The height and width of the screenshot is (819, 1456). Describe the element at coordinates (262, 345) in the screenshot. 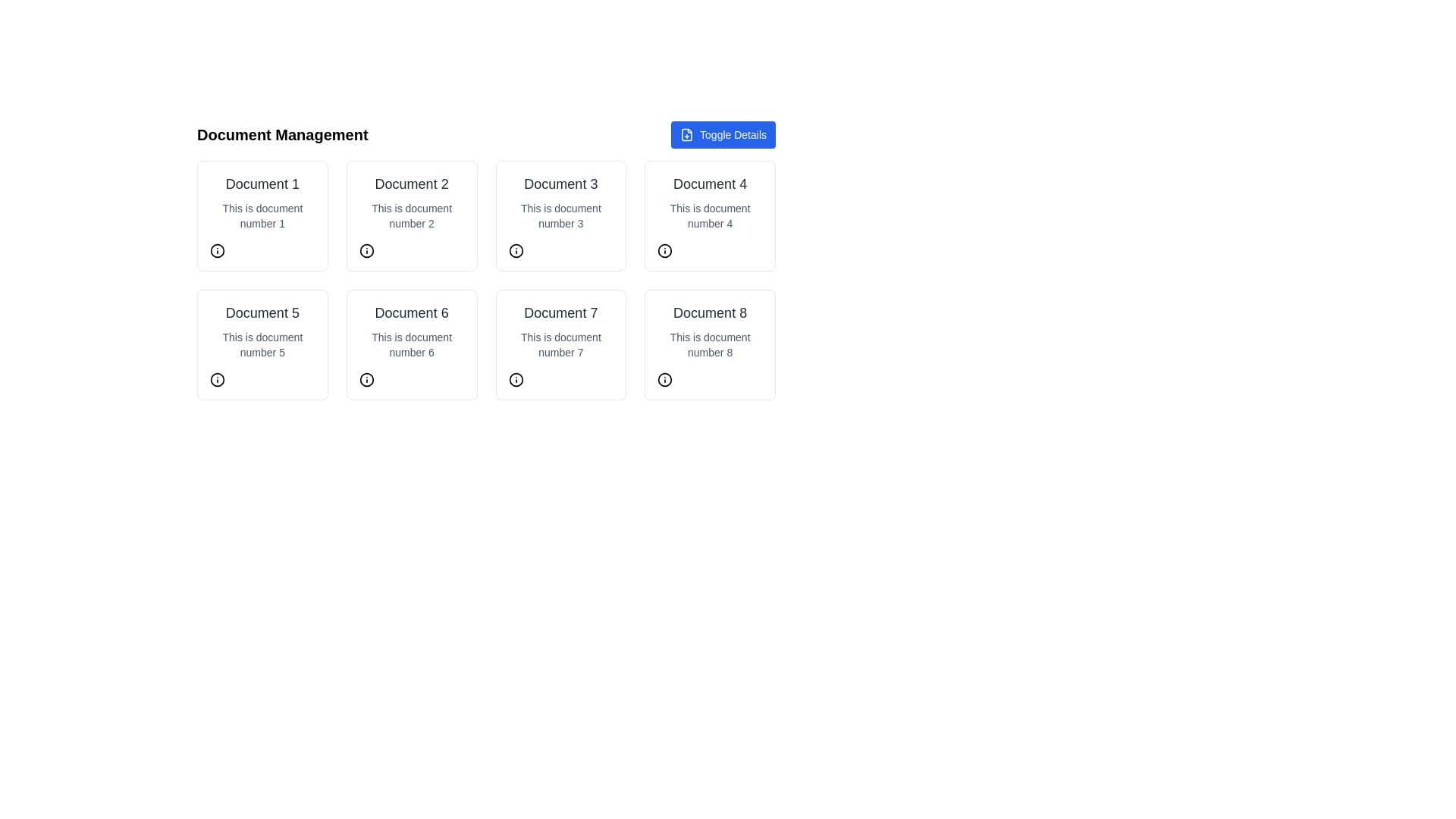

I see `the Text label providing additional descriptive information about 'Document 5', located in the second row, first column of the grid layout` at that location.